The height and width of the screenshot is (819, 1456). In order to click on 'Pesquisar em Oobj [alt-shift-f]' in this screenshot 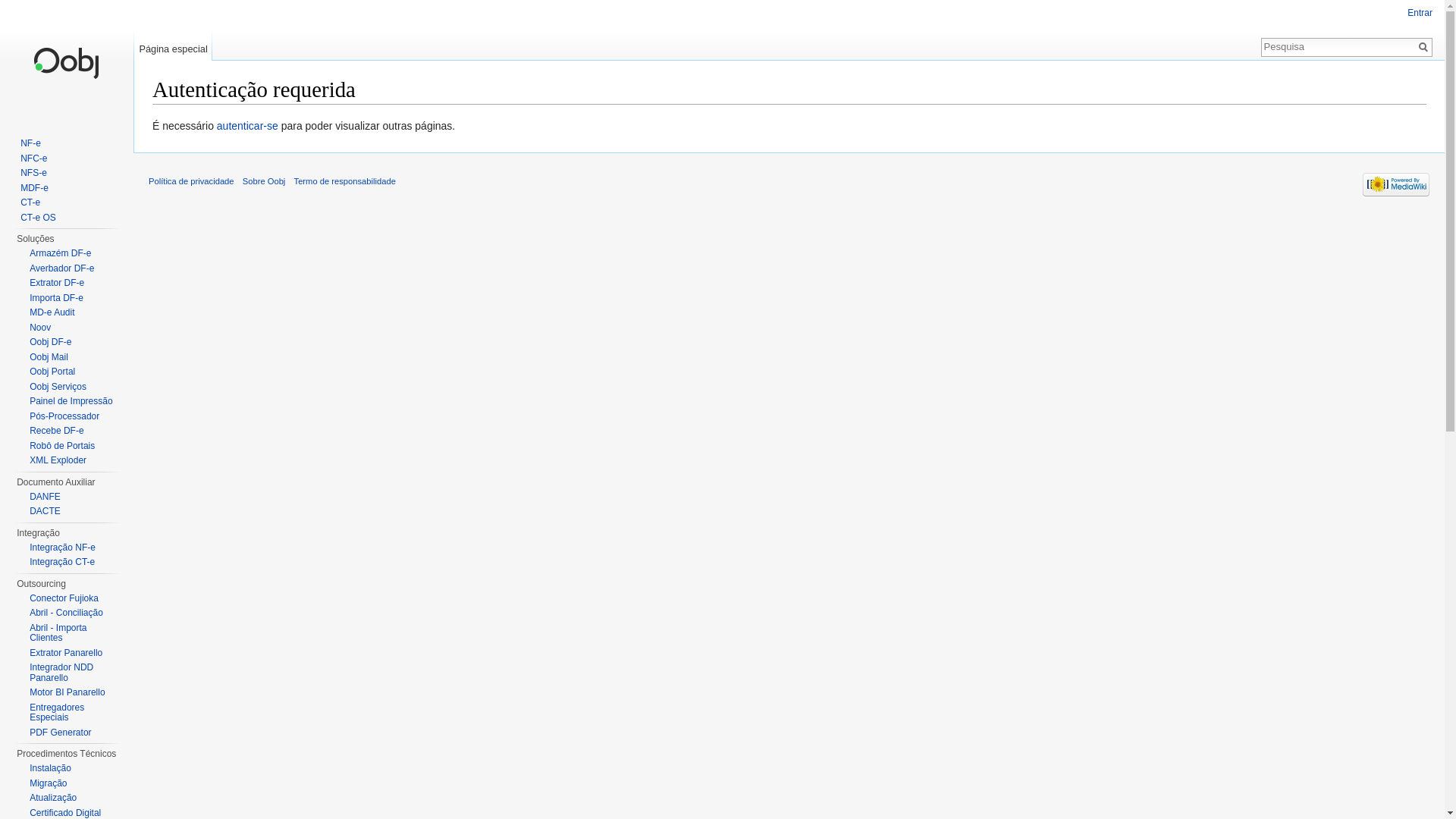, I will do `click(1262, 45)`.